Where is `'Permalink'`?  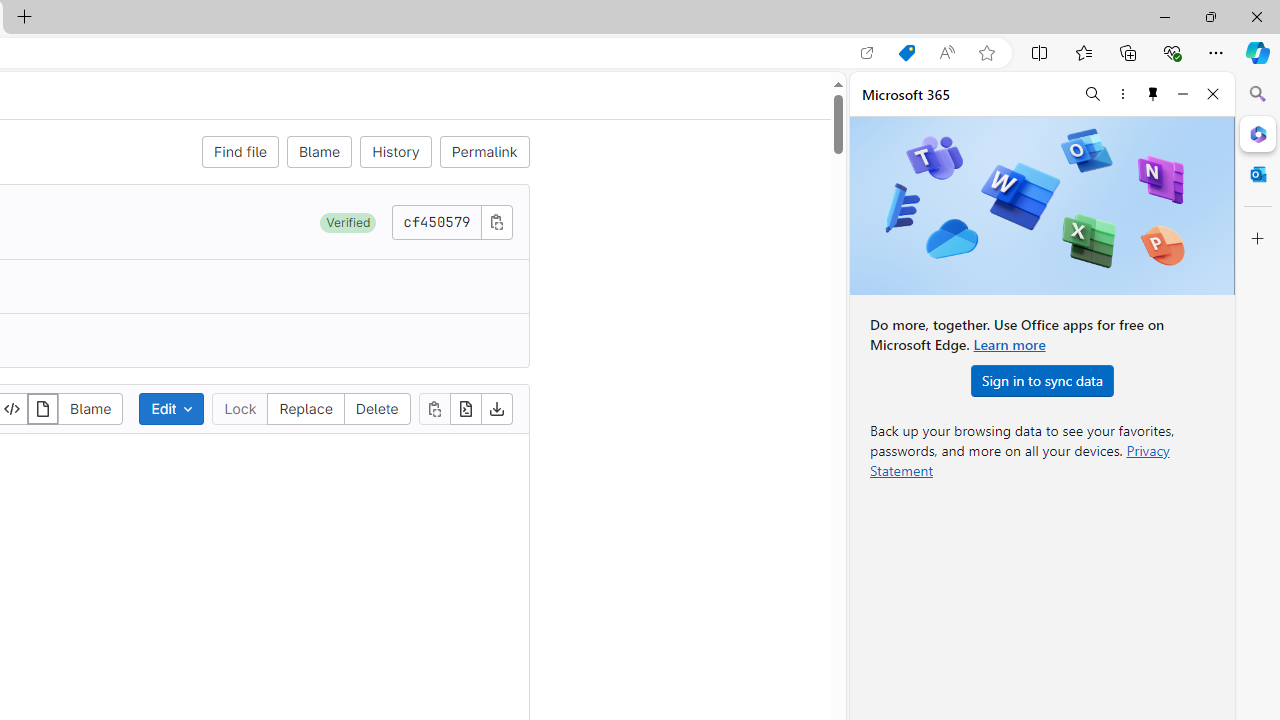
'Permalink' is located at coordinates (484, 150).